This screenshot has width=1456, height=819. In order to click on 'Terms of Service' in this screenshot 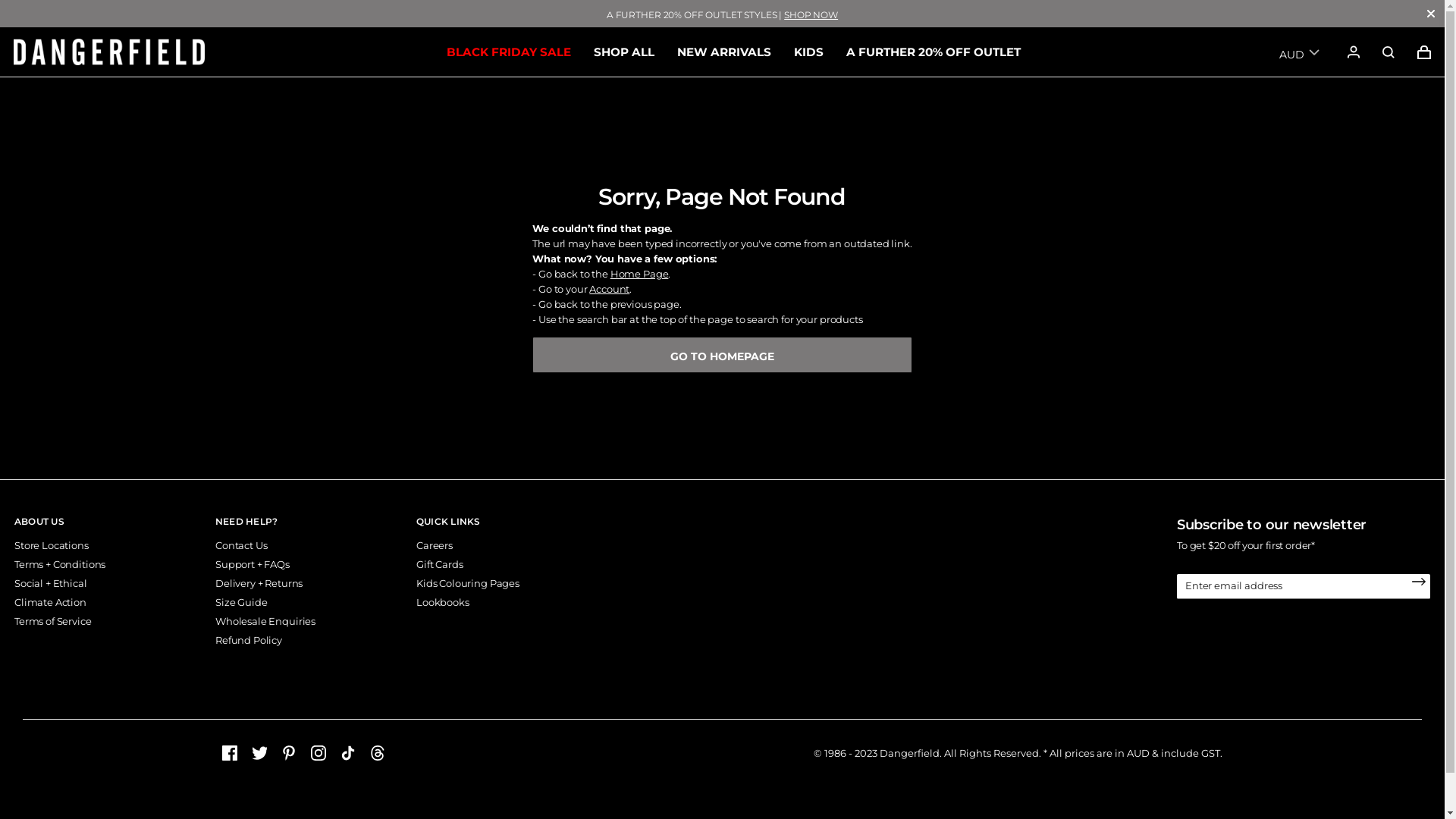, I will do `click(53, 620)`.